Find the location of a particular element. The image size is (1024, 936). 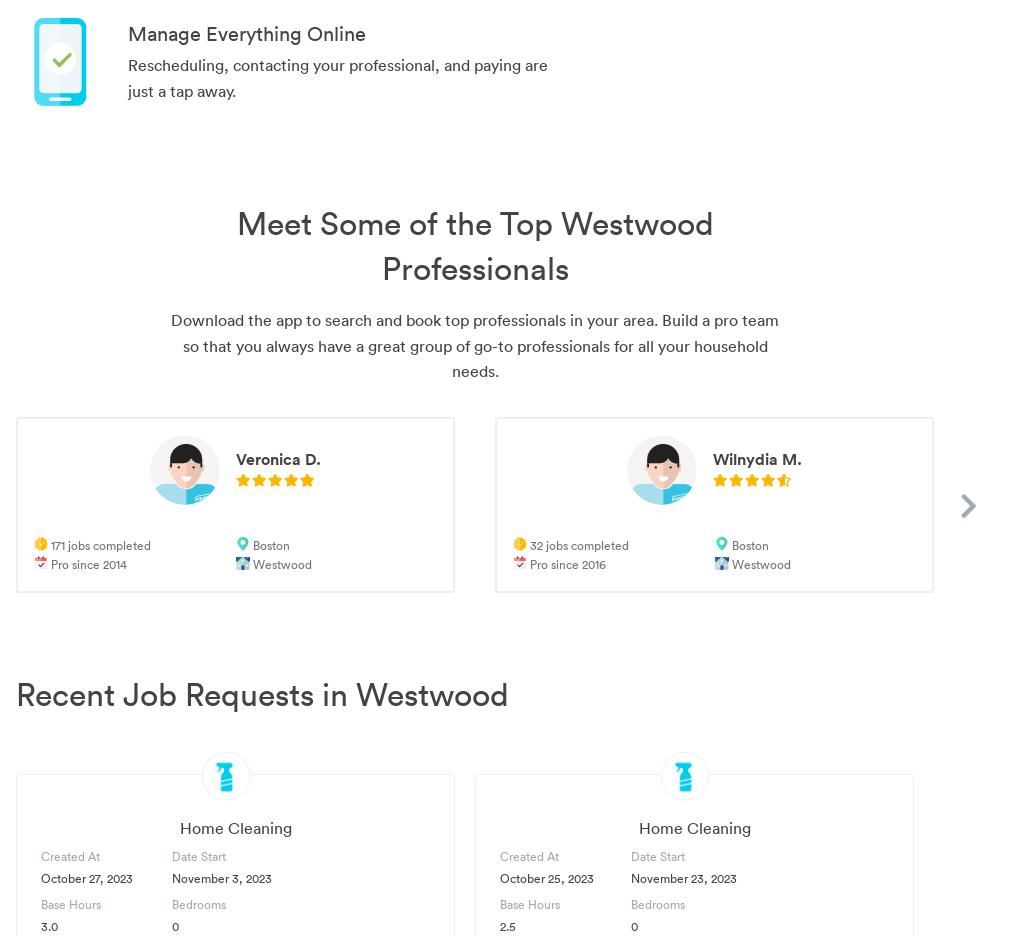

'Recent Job Requests in Westwood' is located at coordinates (262, 693).